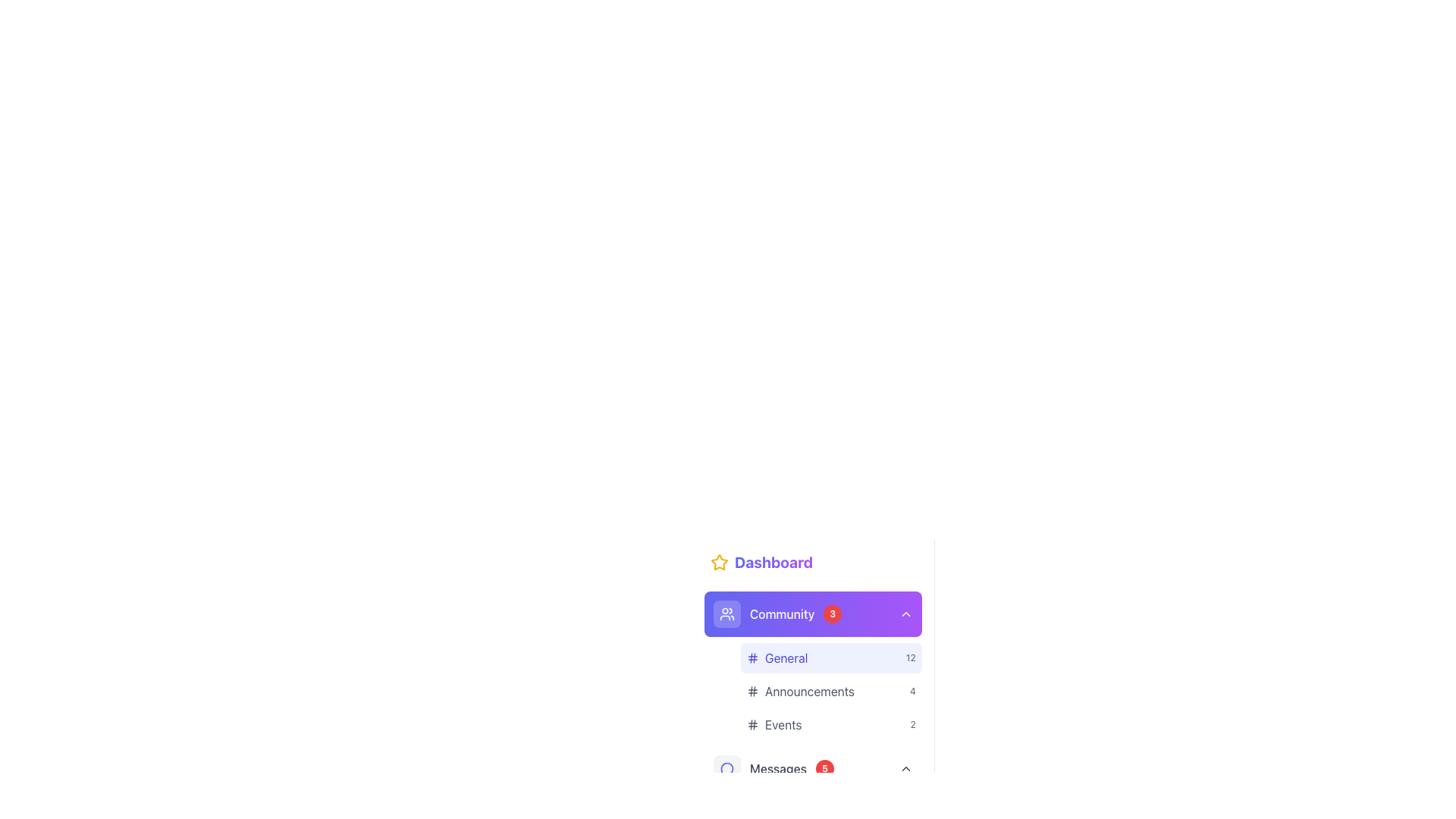 The height and width of the screenshot is (819, 1456). What do you see at coordinates (719, 562) in the screenshot?
I see `the star icon located to the left of the 'Dashboard' text in the sidebar, which serves as a decorative element for visual identification` at bounding box center [719, 562].